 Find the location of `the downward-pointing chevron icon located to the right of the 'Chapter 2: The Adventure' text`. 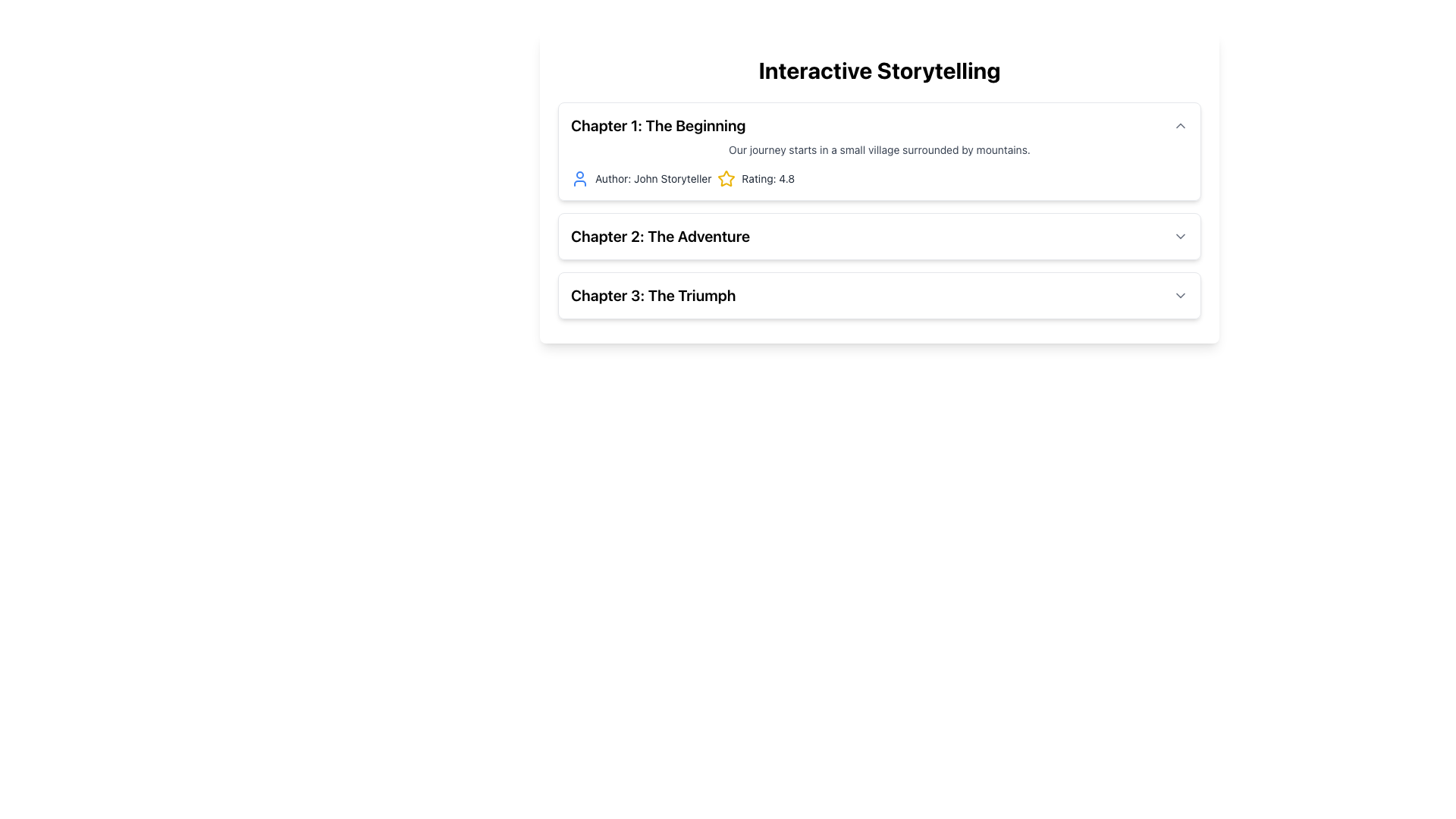

the downward-pointing chevron icon located to the right of the 'Chapter 2: The Adventure' text is located at coordinates (1179, 237).